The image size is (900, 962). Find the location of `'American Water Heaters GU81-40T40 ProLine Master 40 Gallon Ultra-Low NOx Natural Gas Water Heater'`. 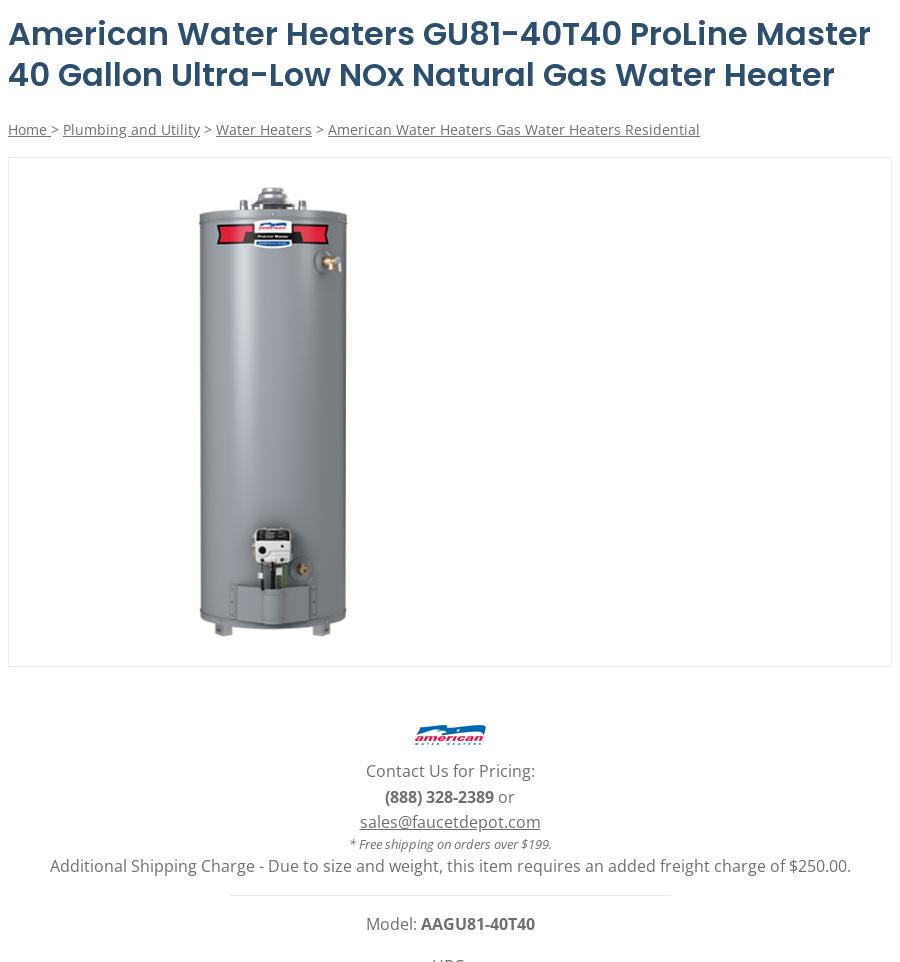

'American Water Heaters GU81-40T40 ProLine Master 40 Gallon Ultra-Low NOx Natural Gas Water Heater' is located at coordinates (439, 53).